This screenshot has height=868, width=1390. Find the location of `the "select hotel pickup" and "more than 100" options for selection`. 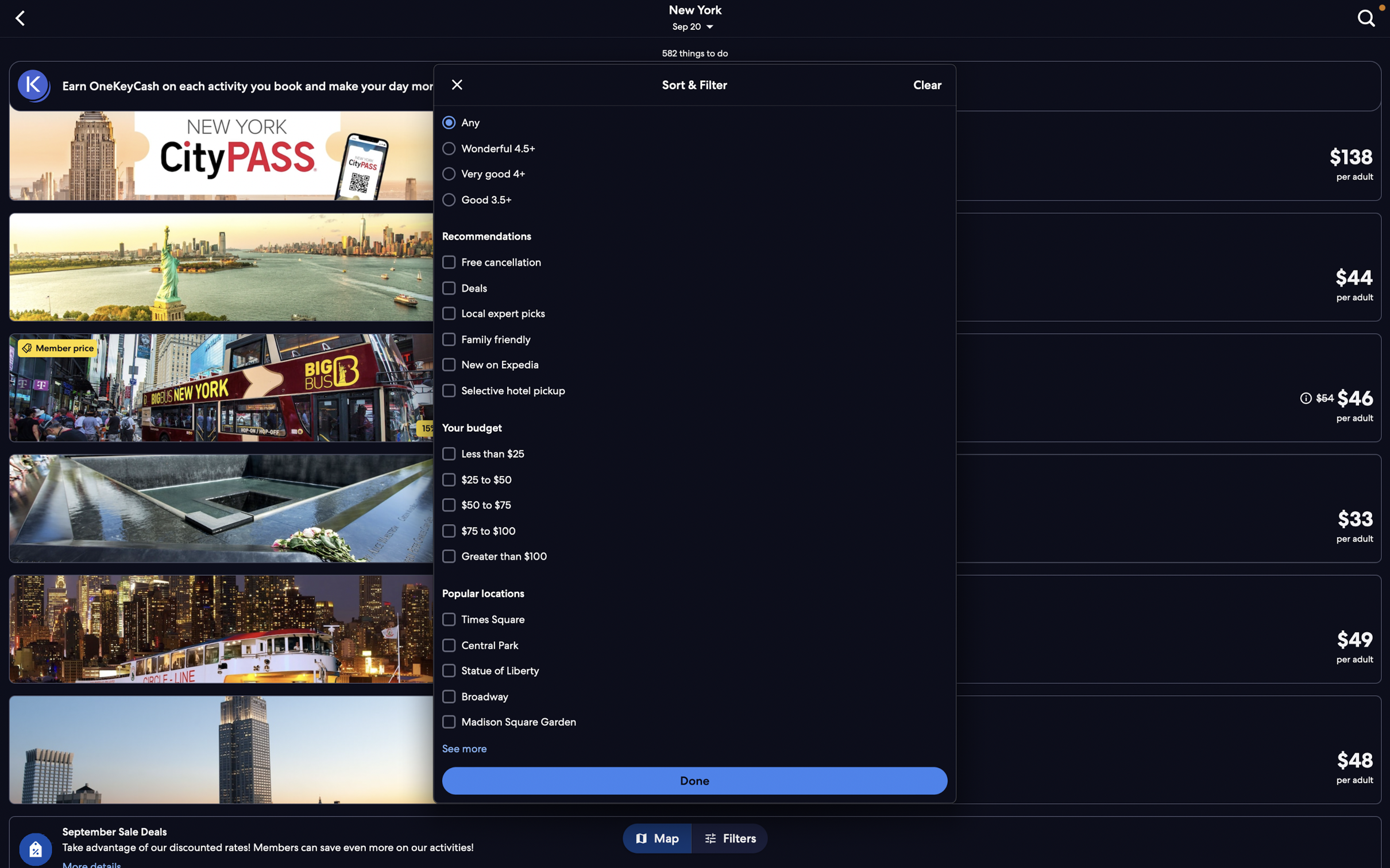

the "select hotel pickup" and "more than 100" options for selection is located at coordinates (695, 389).